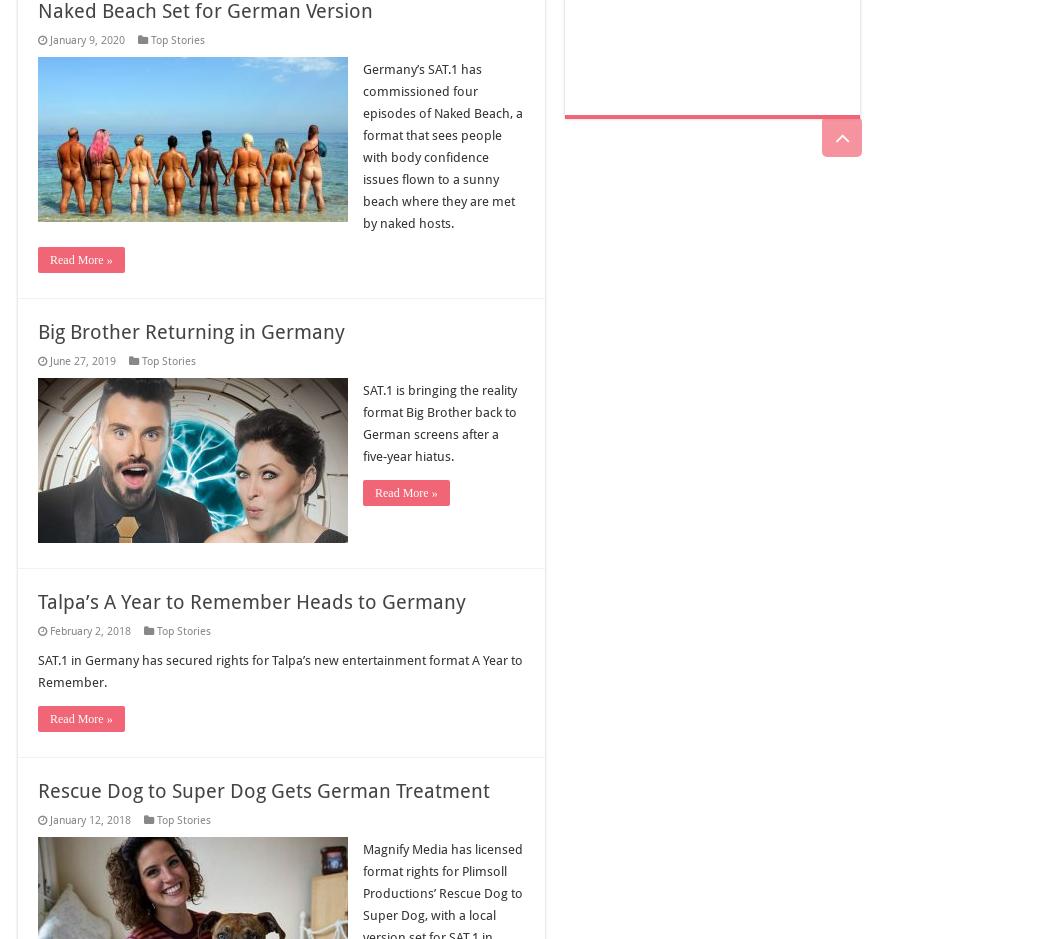 The image size is (1045, 939). Describe the element at coordinates (440, 422) in the screenshot. I see `'SAT.1 is bringing the reality format Big Brother back to German screens after a five-year hiatus.'` at that location.